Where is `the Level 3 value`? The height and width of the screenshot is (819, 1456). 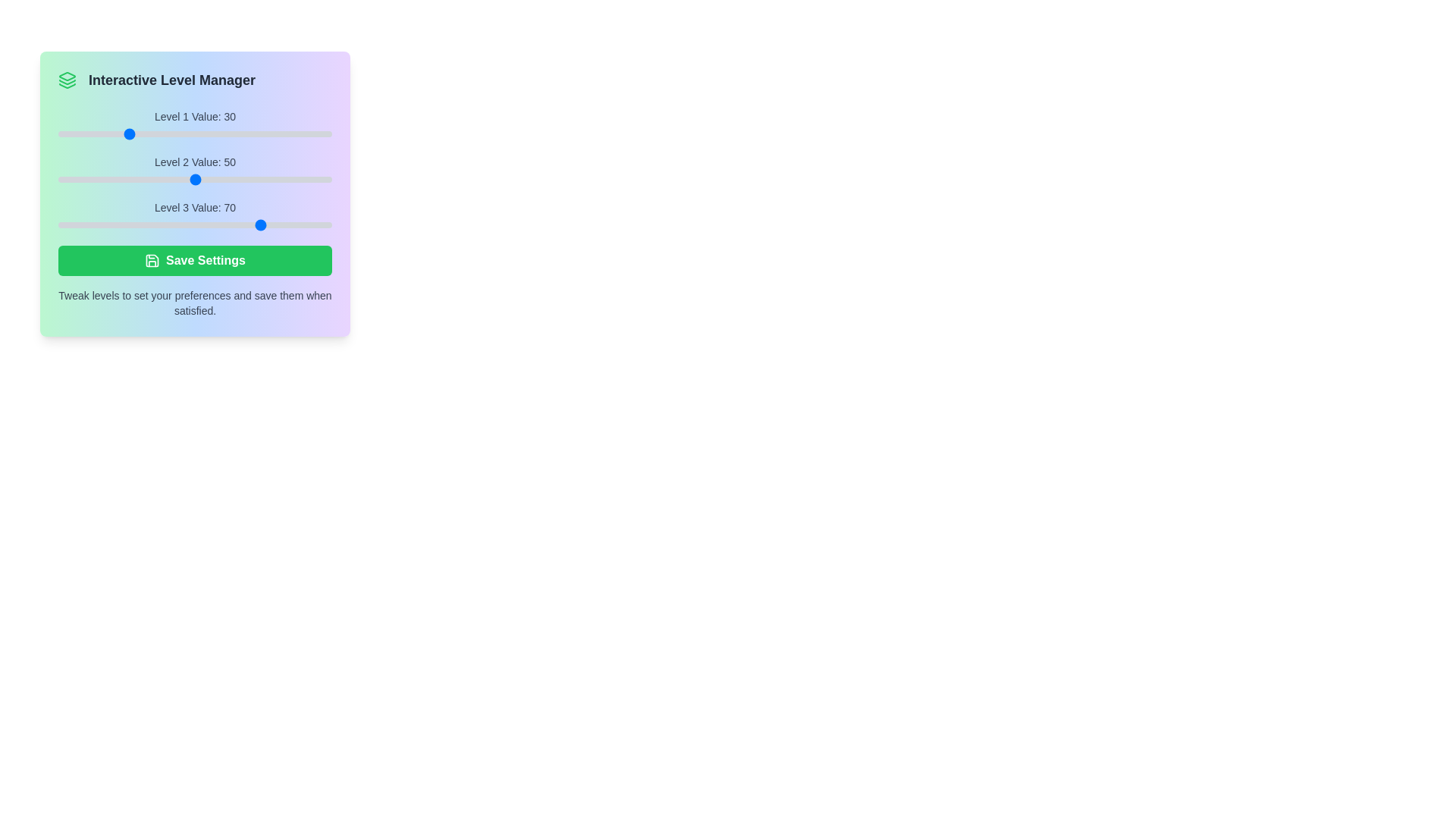
the Level 3 value is located at coordinates (127, 225).